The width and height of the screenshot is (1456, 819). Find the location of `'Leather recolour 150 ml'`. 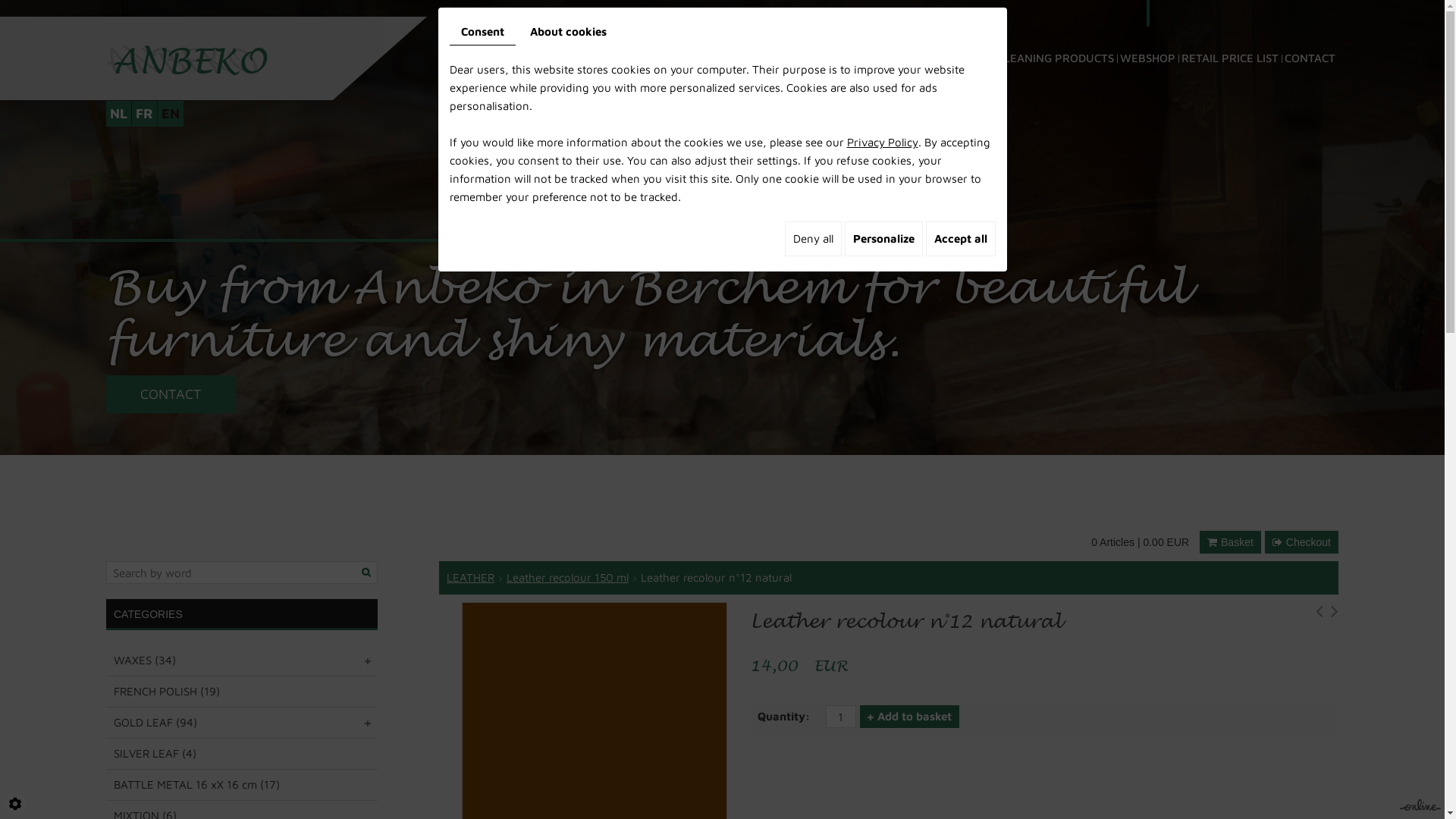

'Leather recolour 150 ml' is located at coordinates (566, 577).